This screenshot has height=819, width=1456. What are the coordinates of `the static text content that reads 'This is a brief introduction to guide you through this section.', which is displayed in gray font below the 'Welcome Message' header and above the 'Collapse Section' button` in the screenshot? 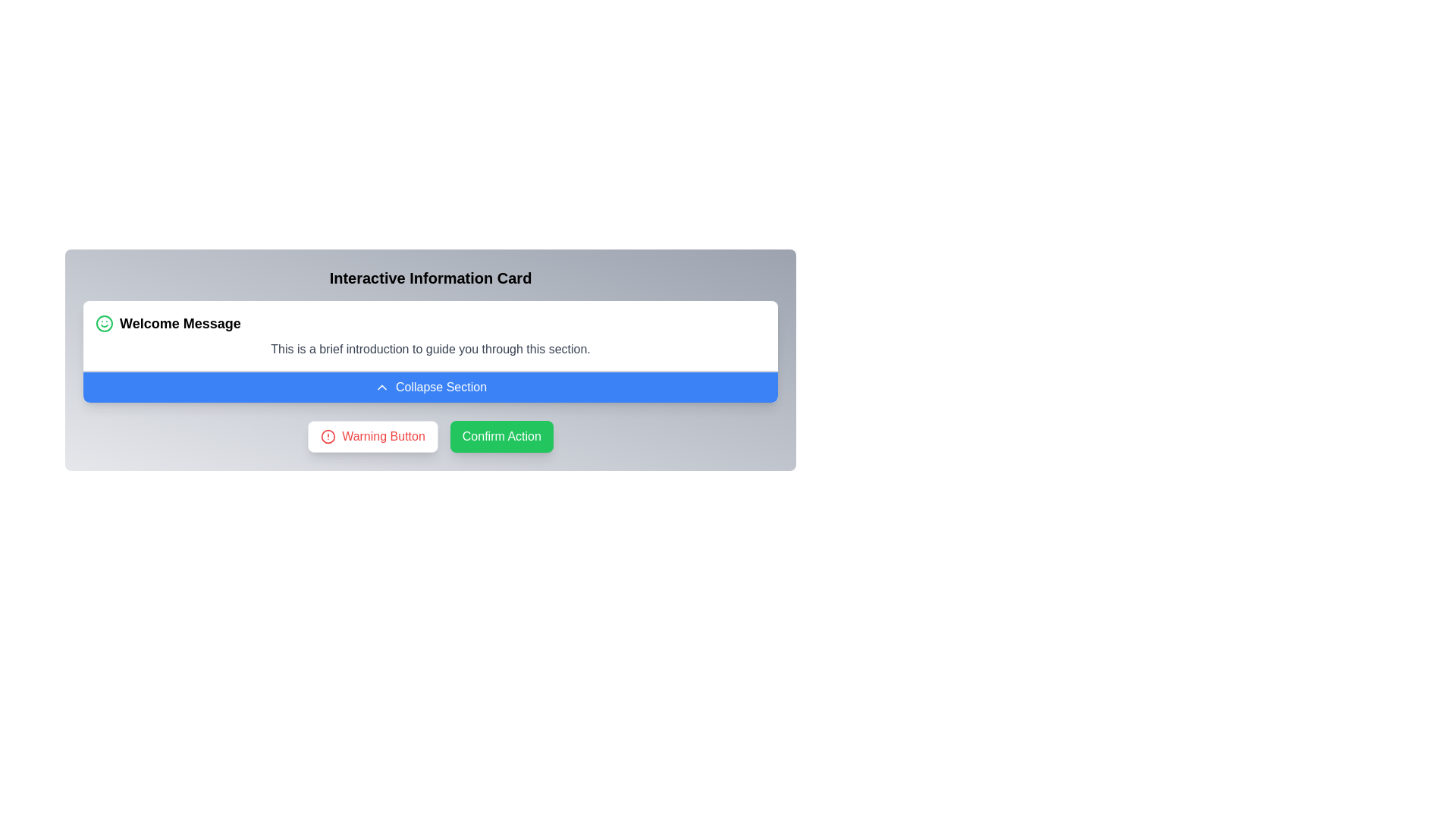 It's located at (429, 350).